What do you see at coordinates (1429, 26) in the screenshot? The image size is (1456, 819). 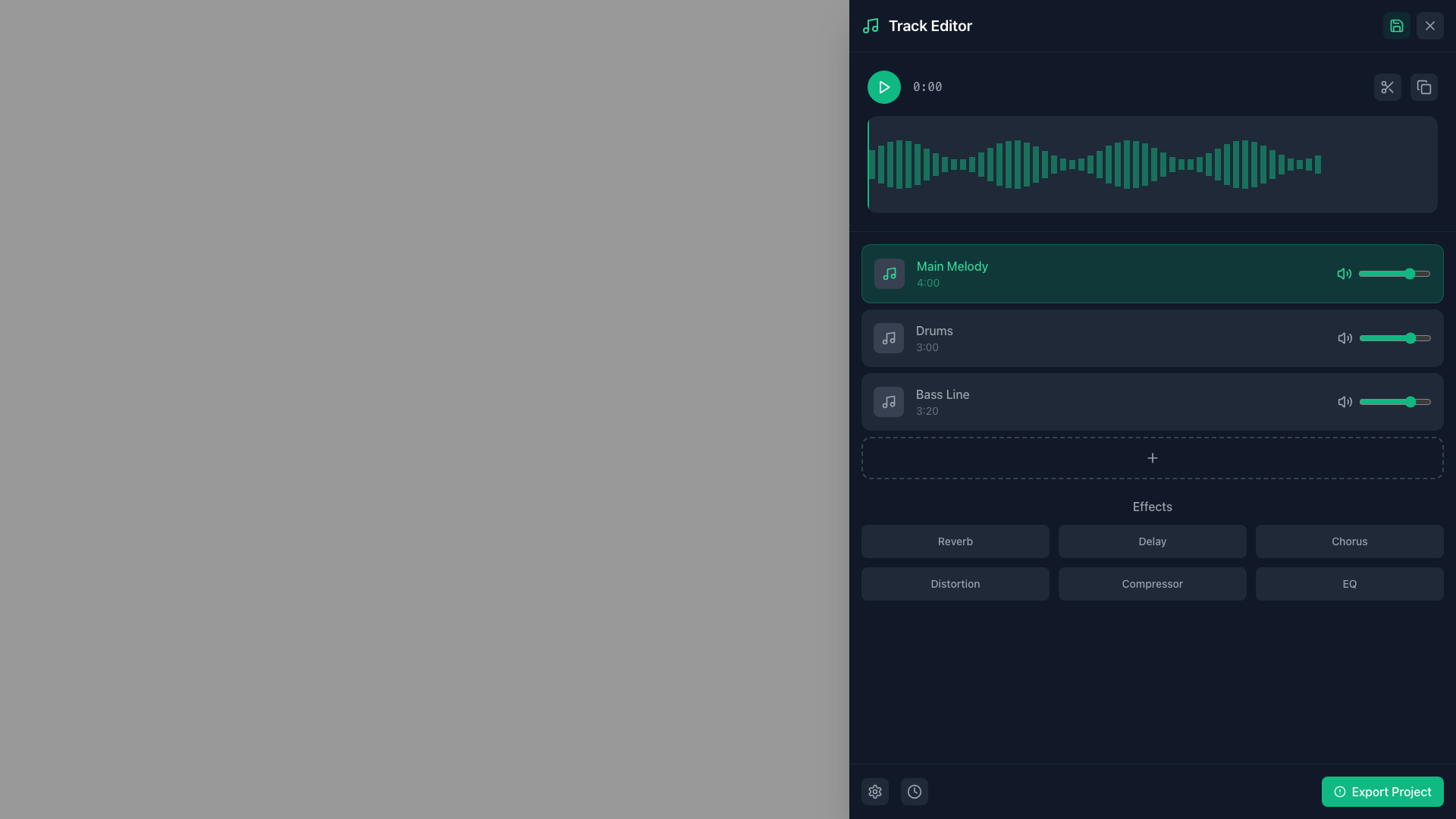 I see `the close or dismiss button represented by an 'X' icon located at the top-right corner of the application interface` at bounding box center [1429, 26].